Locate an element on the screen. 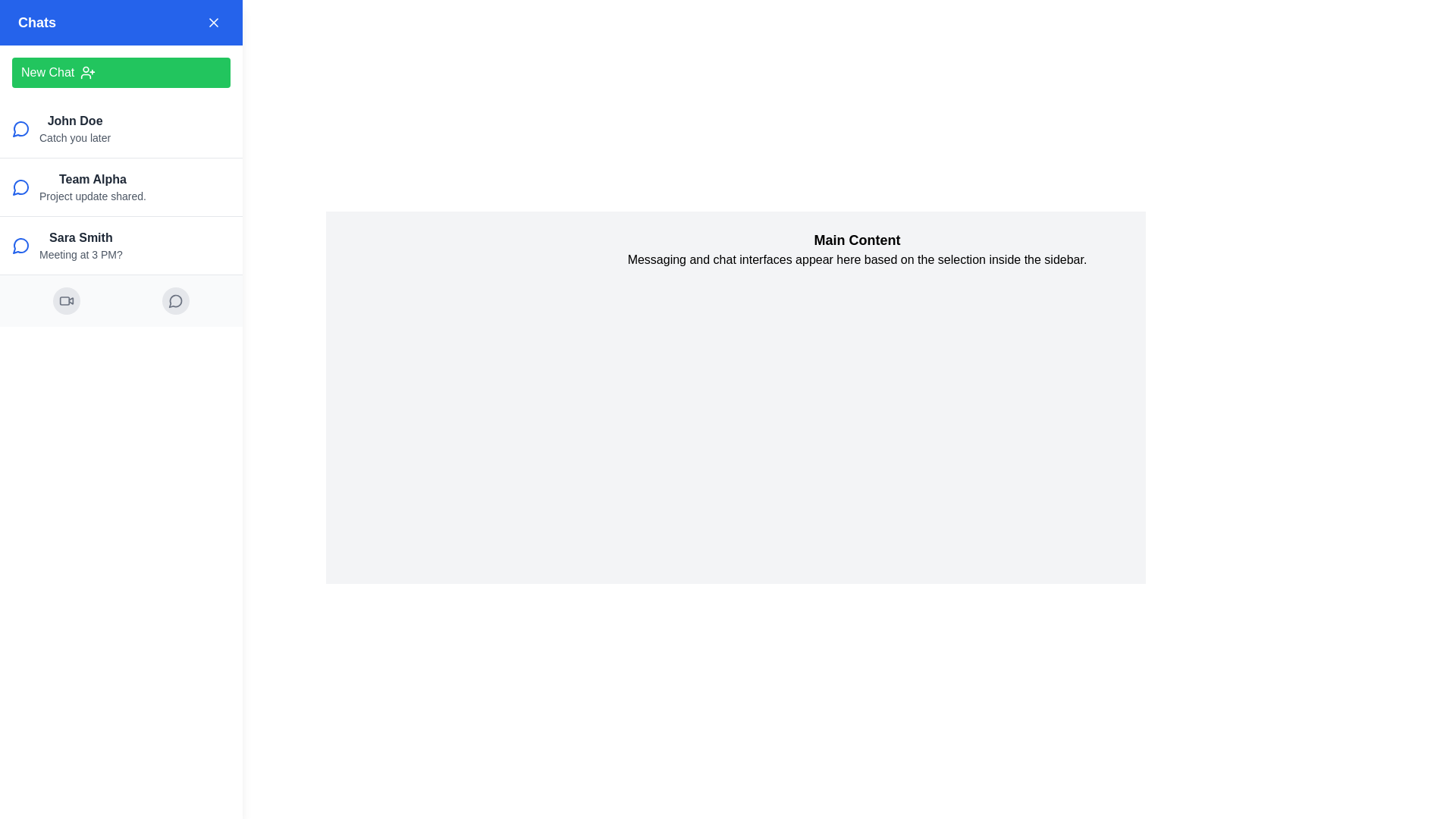 The height and width of the screenshot is (819, 1456). the speech bubble icon within the light gray circular button located at the bottom of the sidebar, which is the second button from the left in the row of circular buttons is located at coordinates (175, 301).